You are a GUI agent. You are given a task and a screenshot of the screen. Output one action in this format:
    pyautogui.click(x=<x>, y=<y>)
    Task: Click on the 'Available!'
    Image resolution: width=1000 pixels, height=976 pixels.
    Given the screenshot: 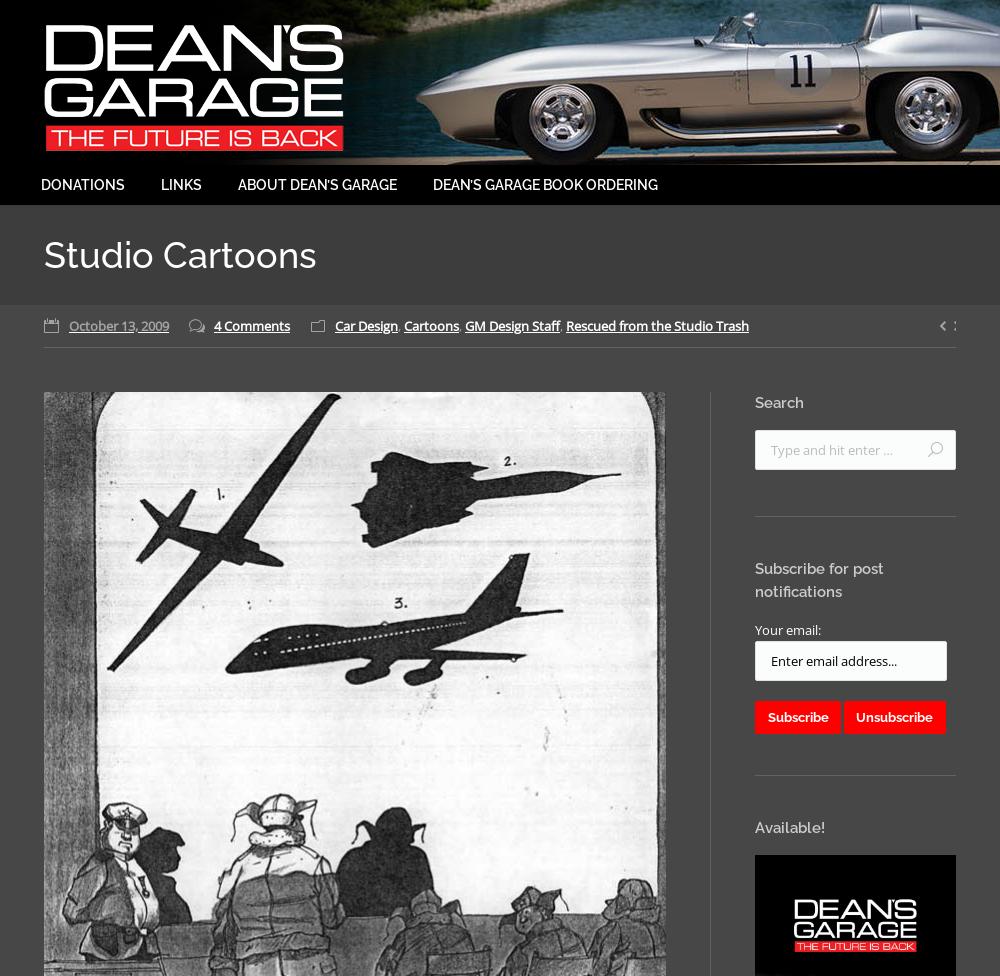 What is the action you would take?
    pyautogui.click(x=790, y=828)
    